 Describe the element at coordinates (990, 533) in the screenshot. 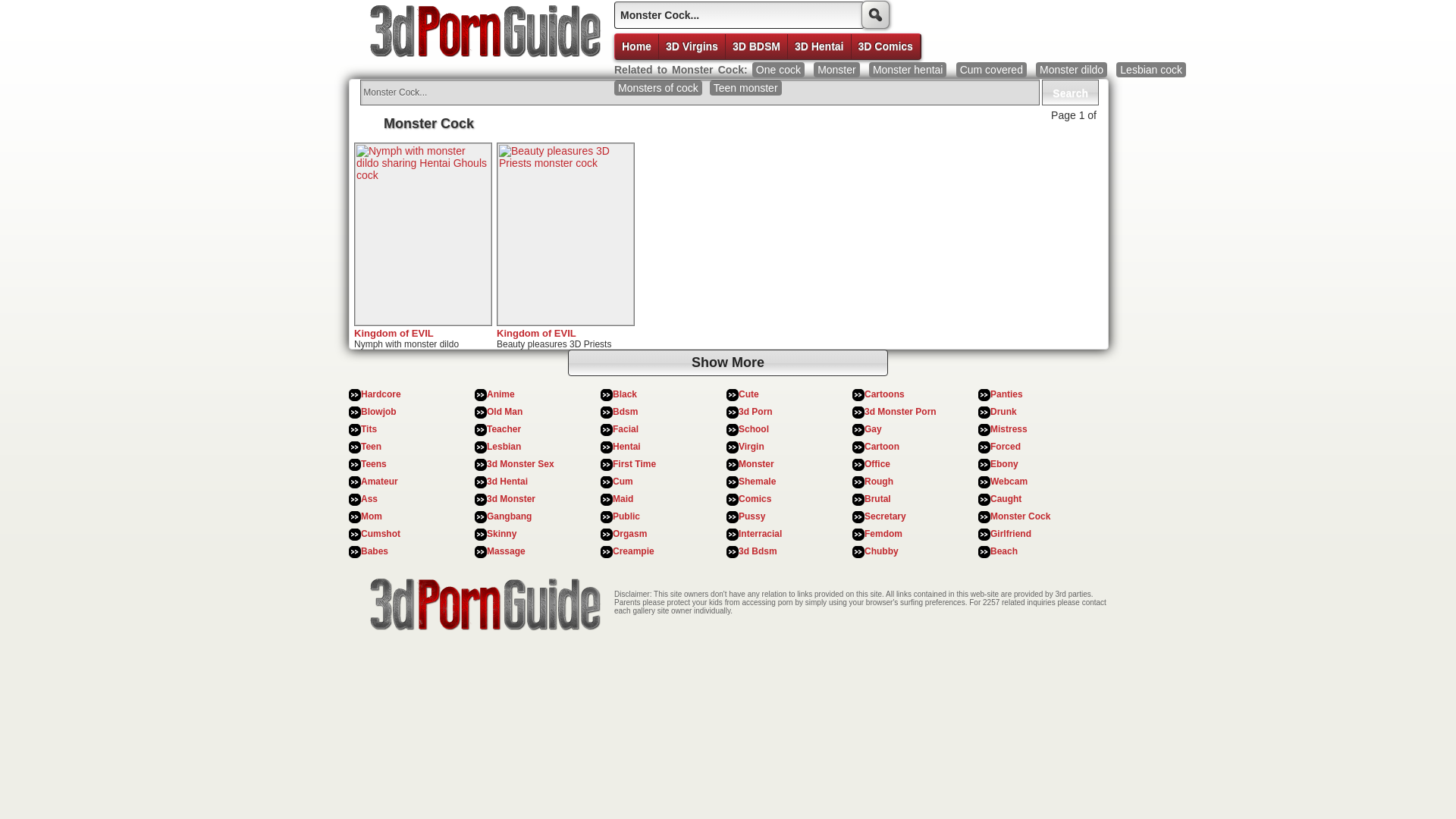

I see `'Girlfriend'` at that location.